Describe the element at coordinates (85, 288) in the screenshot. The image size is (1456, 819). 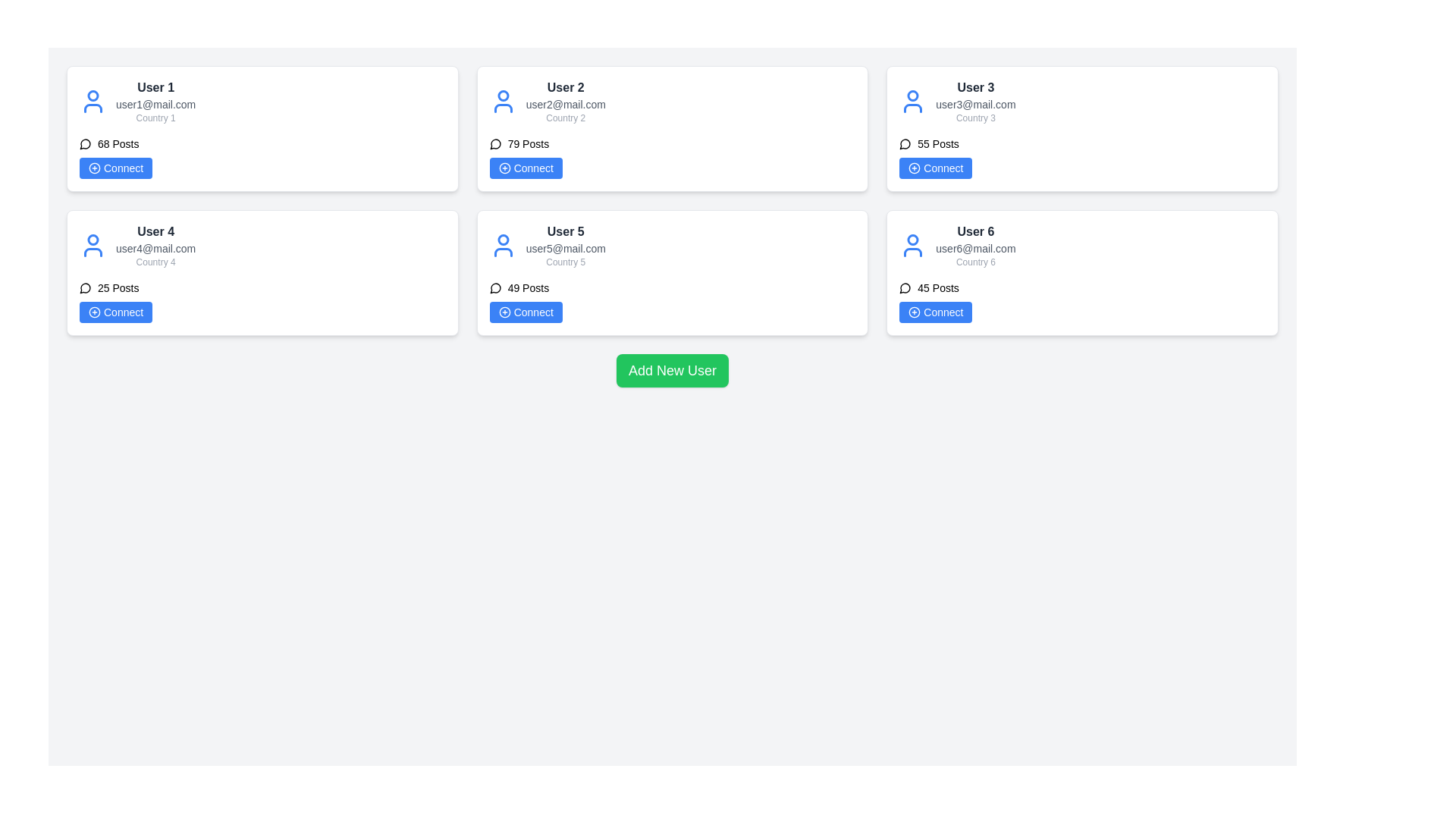
I see `the gray circular chat bubble icon located to the immediate left of the '25 Posts' text block, which is part of the group associated with 'User 4' in the bottom-left card of the user card grid` at that location.